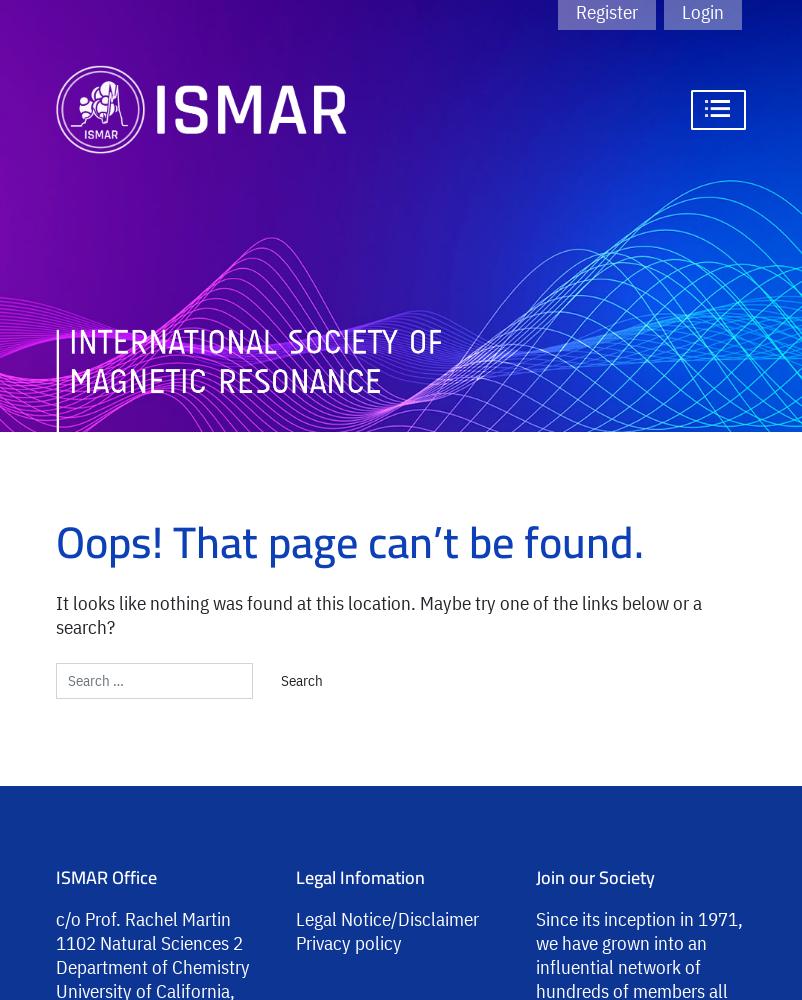 This screenshot has width=802, height=1000. I want to click on 'Login', so click(702, 12).